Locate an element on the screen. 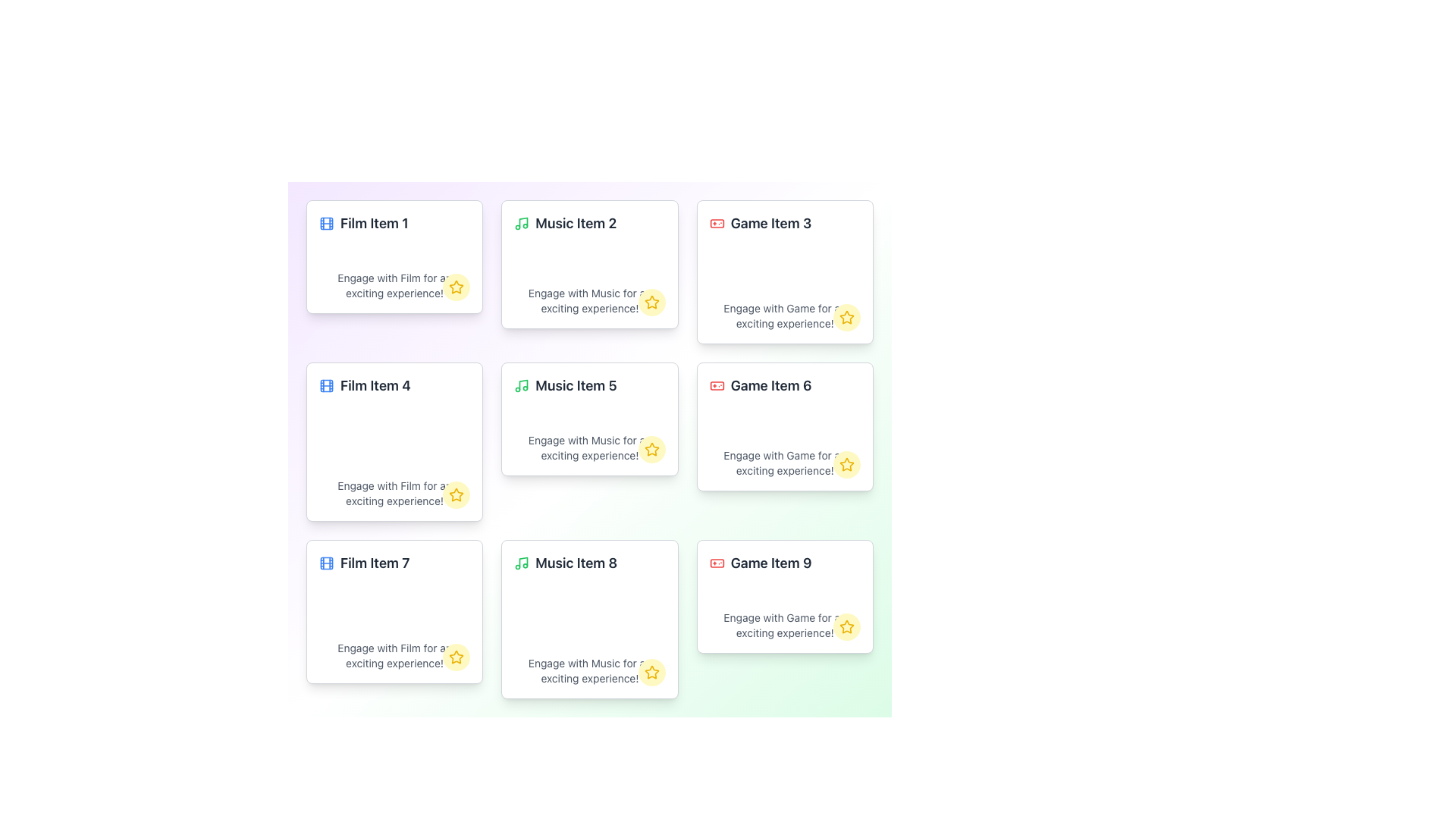  the text label reading 'Engage with Music for an exciting experience!' located at the bottom section of the card titled 'Music Item 5' is located at coordinates (588, 447).